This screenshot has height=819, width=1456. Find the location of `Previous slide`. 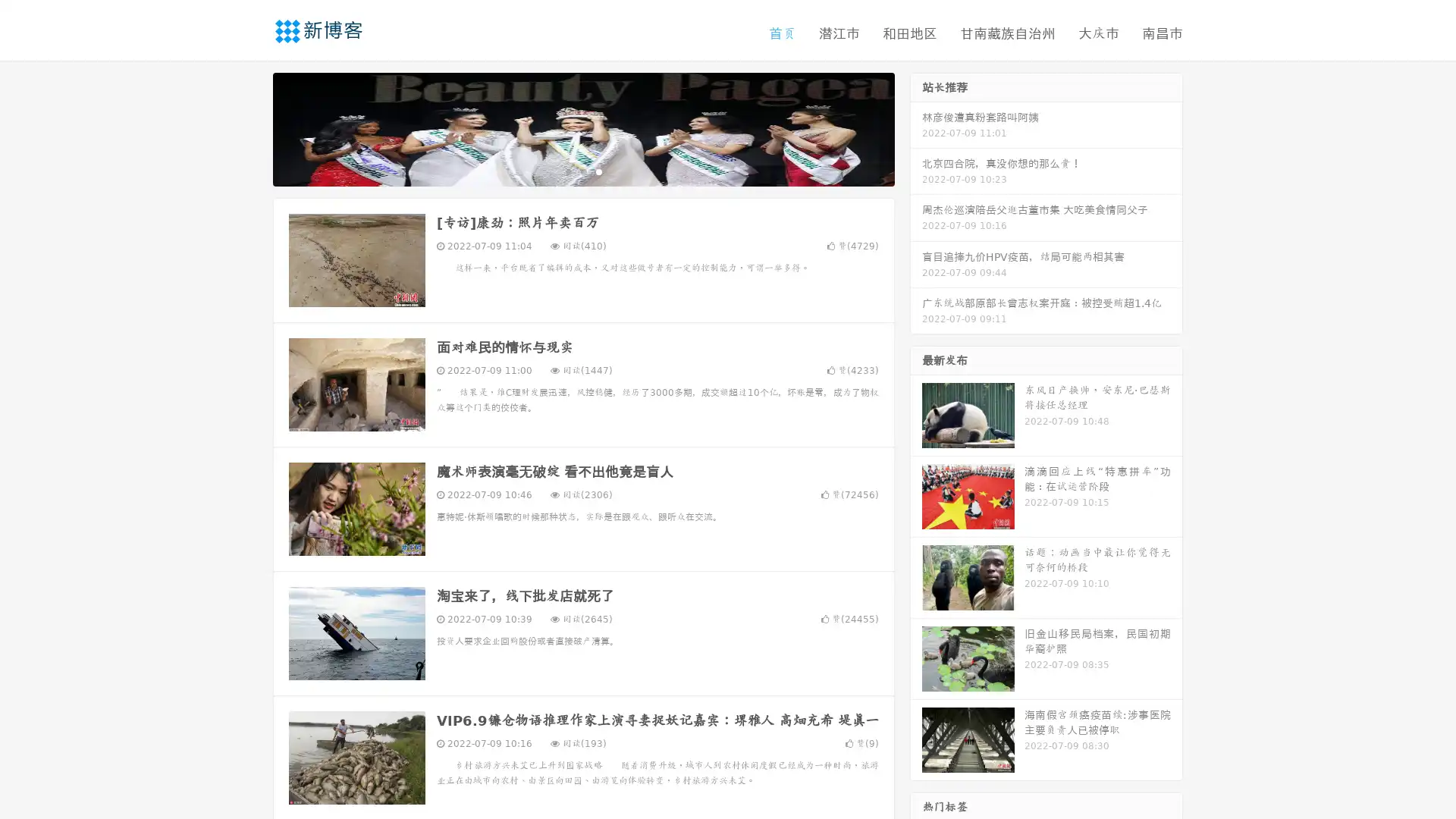

Previous slide is located at coordinates (250, 127).